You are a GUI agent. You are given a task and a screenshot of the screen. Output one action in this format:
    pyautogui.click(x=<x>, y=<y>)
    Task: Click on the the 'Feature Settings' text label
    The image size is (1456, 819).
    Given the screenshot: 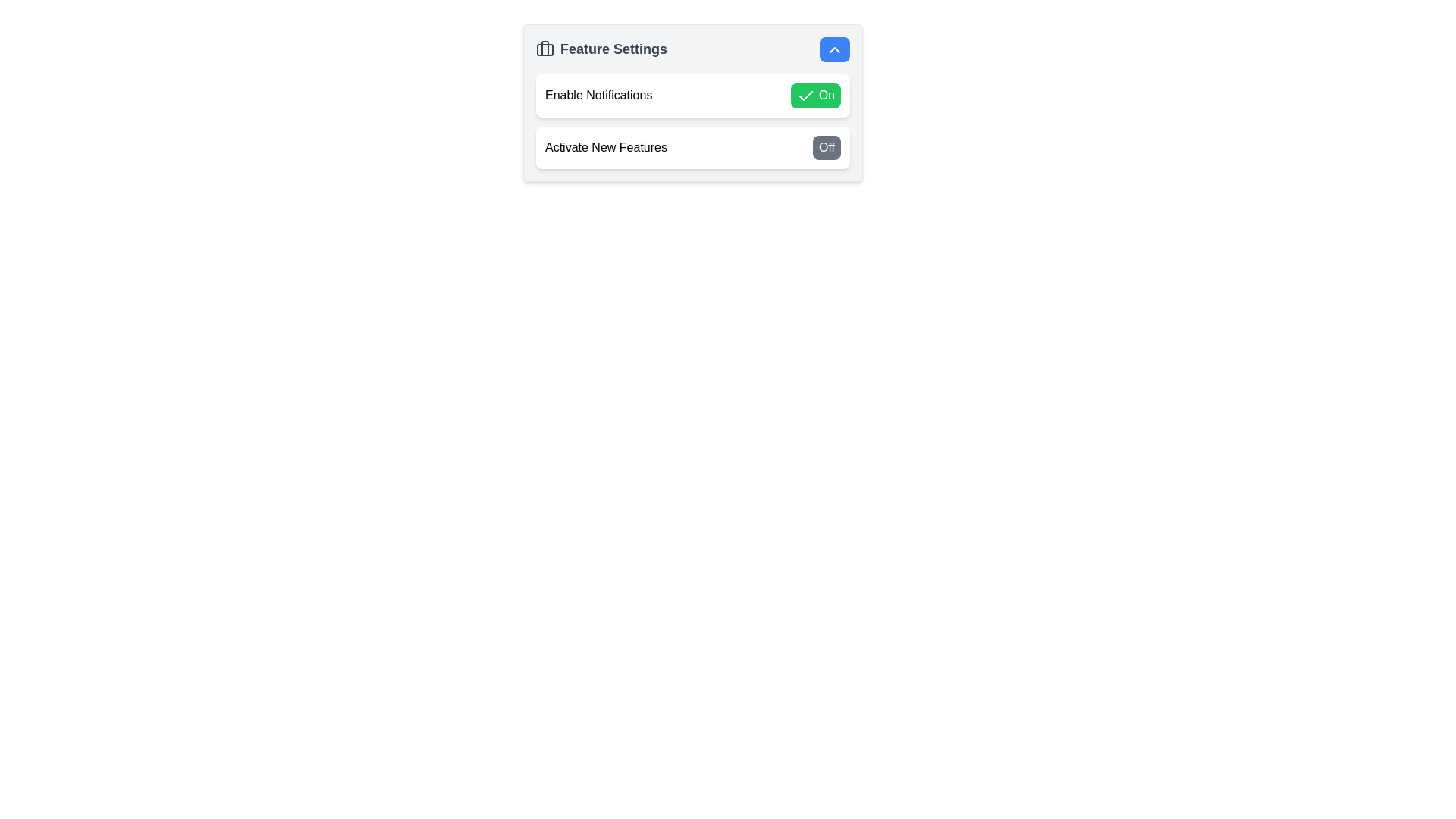 What is the action you would take?
    pyautogui.click(x=601, y=49)
    